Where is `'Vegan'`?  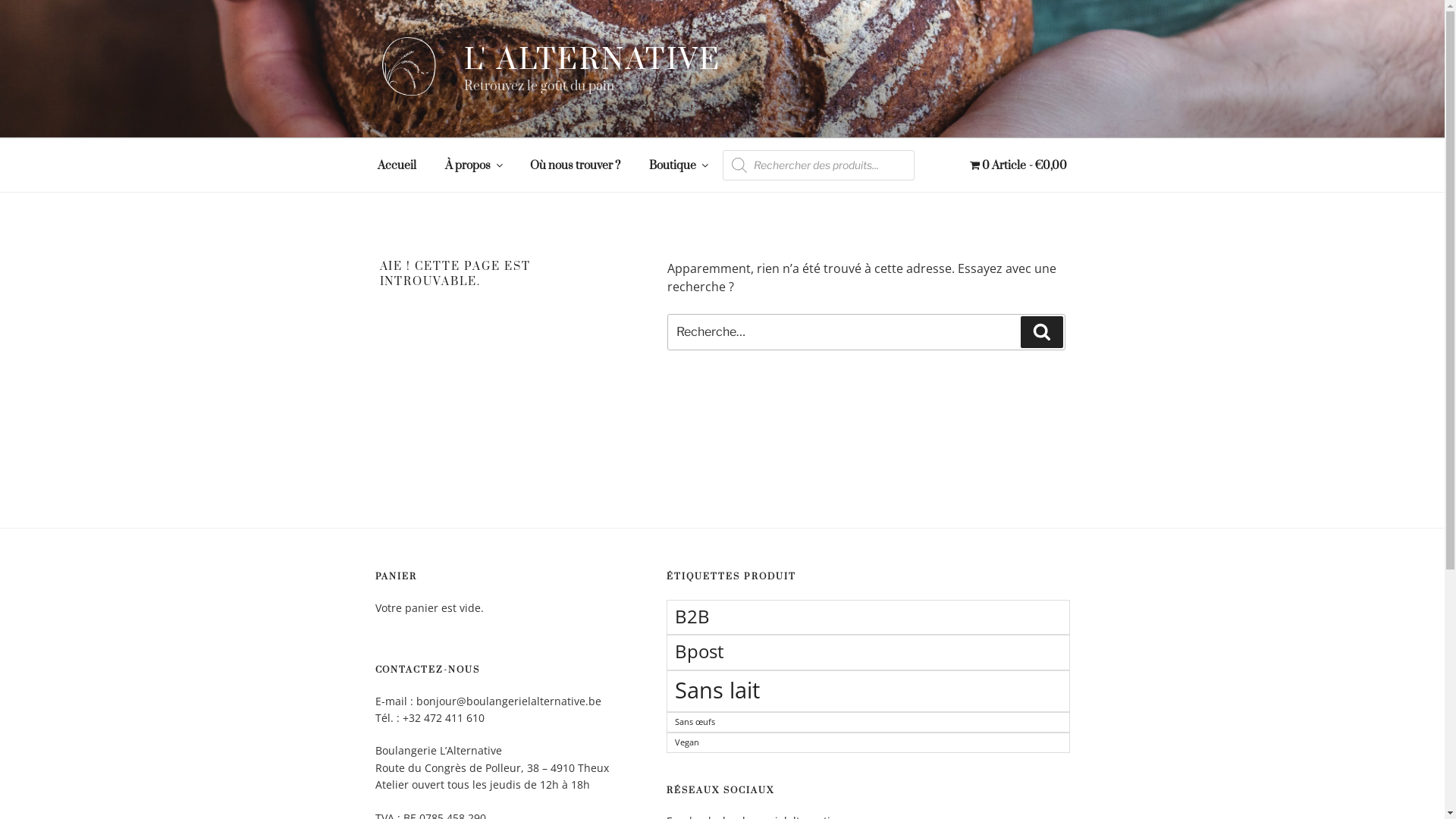
'Vegan' is located at coordinates (868, 742).